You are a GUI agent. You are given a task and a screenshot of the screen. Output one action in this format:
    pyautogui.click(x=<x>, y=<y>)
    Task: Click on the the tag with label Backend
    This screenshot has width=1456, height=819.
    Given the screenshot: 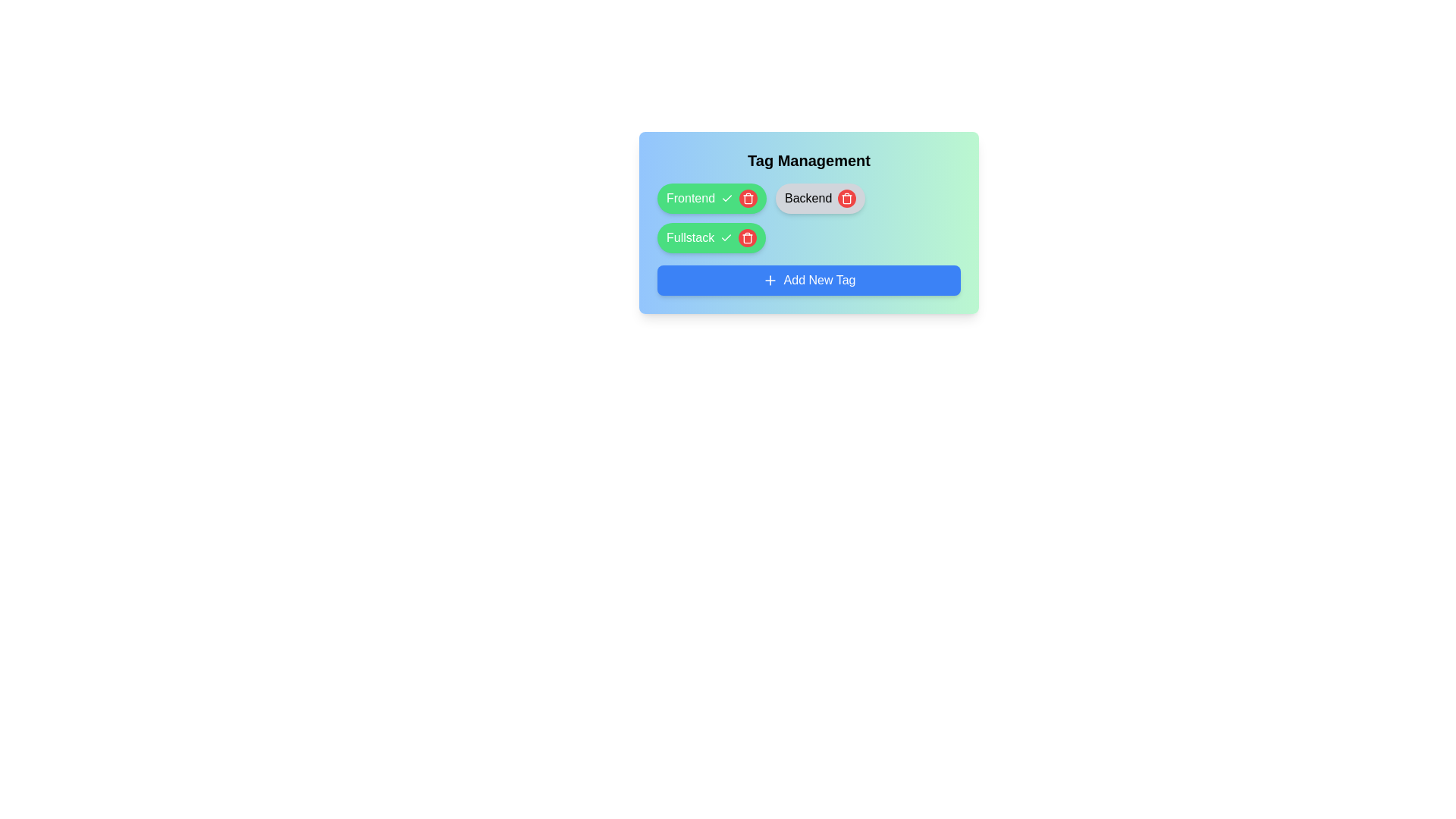 What is the action you would take?
    pyautogui.click(x=846, y=198)
    